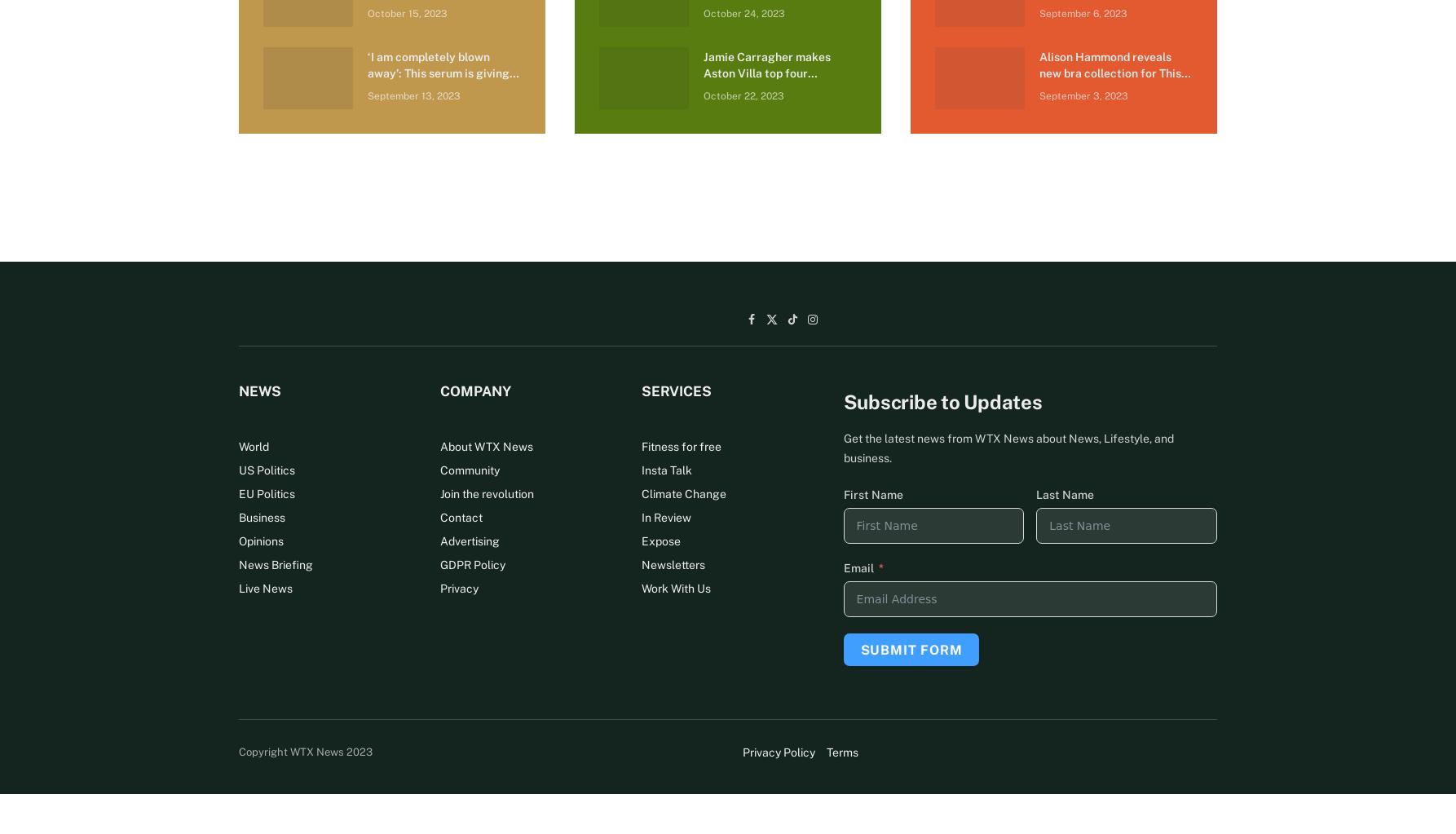 The image size is (1456, 834). What do you see at coordinates (1065, 493) in the screenshot?
I see `'Last Name'` at bounding box center [1065, 493].